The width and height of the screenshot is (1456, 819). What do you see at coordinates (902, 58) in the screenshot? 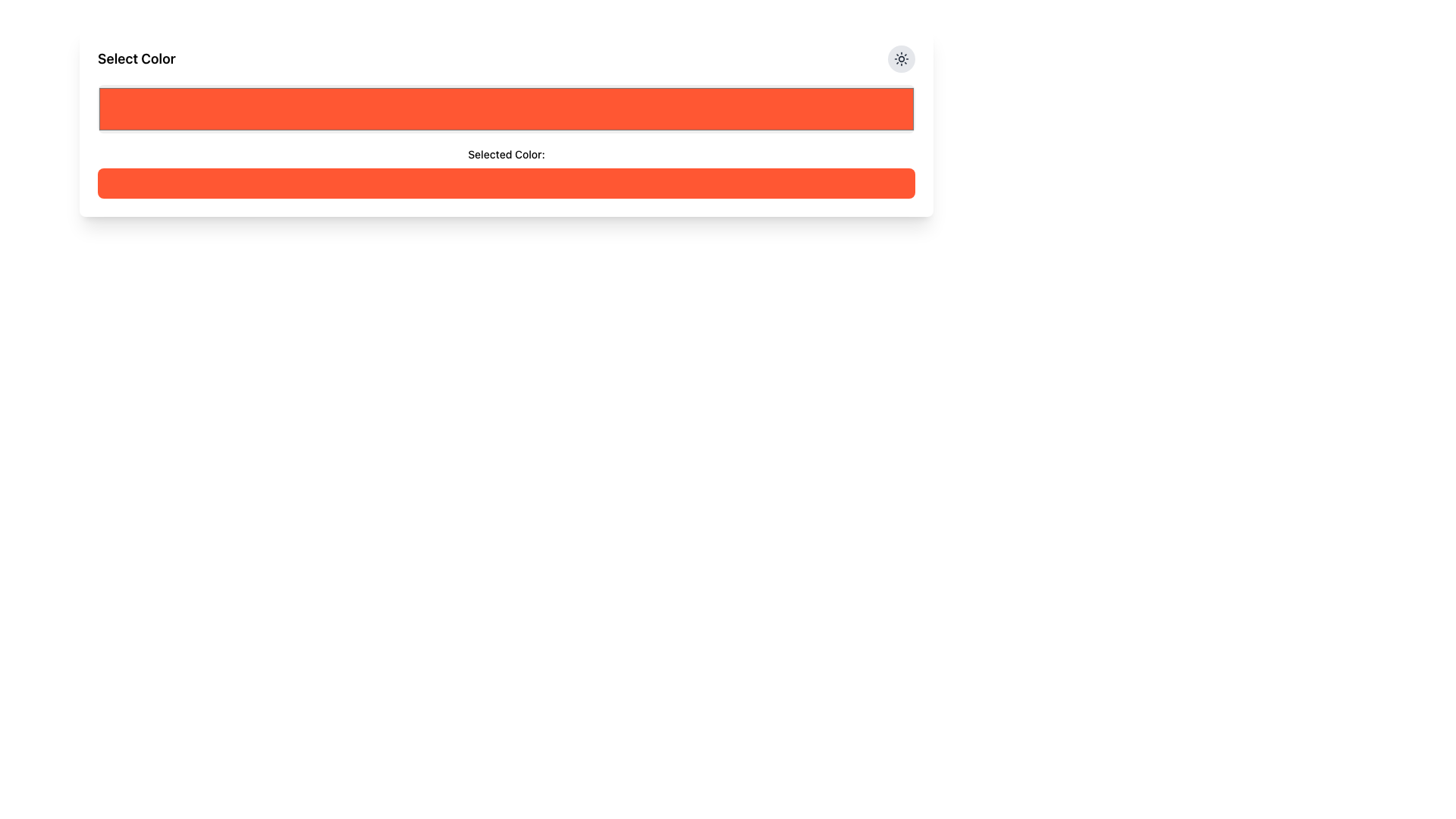
I see `the circular button icon located at the top-right corner of the card interface` at bounding box center [902, 58].